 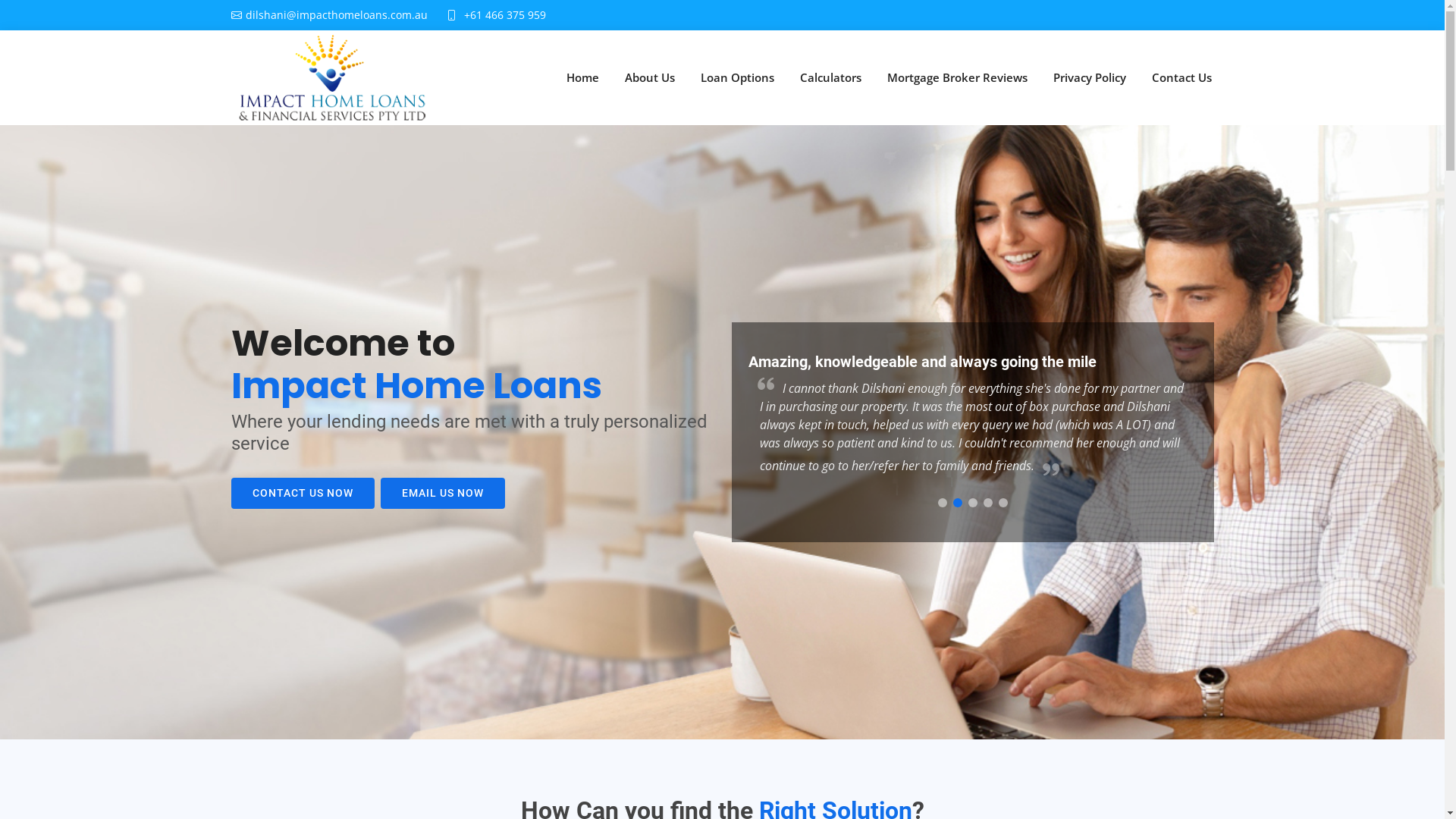 I want to click on 'Home', so click(x=582, y=77).